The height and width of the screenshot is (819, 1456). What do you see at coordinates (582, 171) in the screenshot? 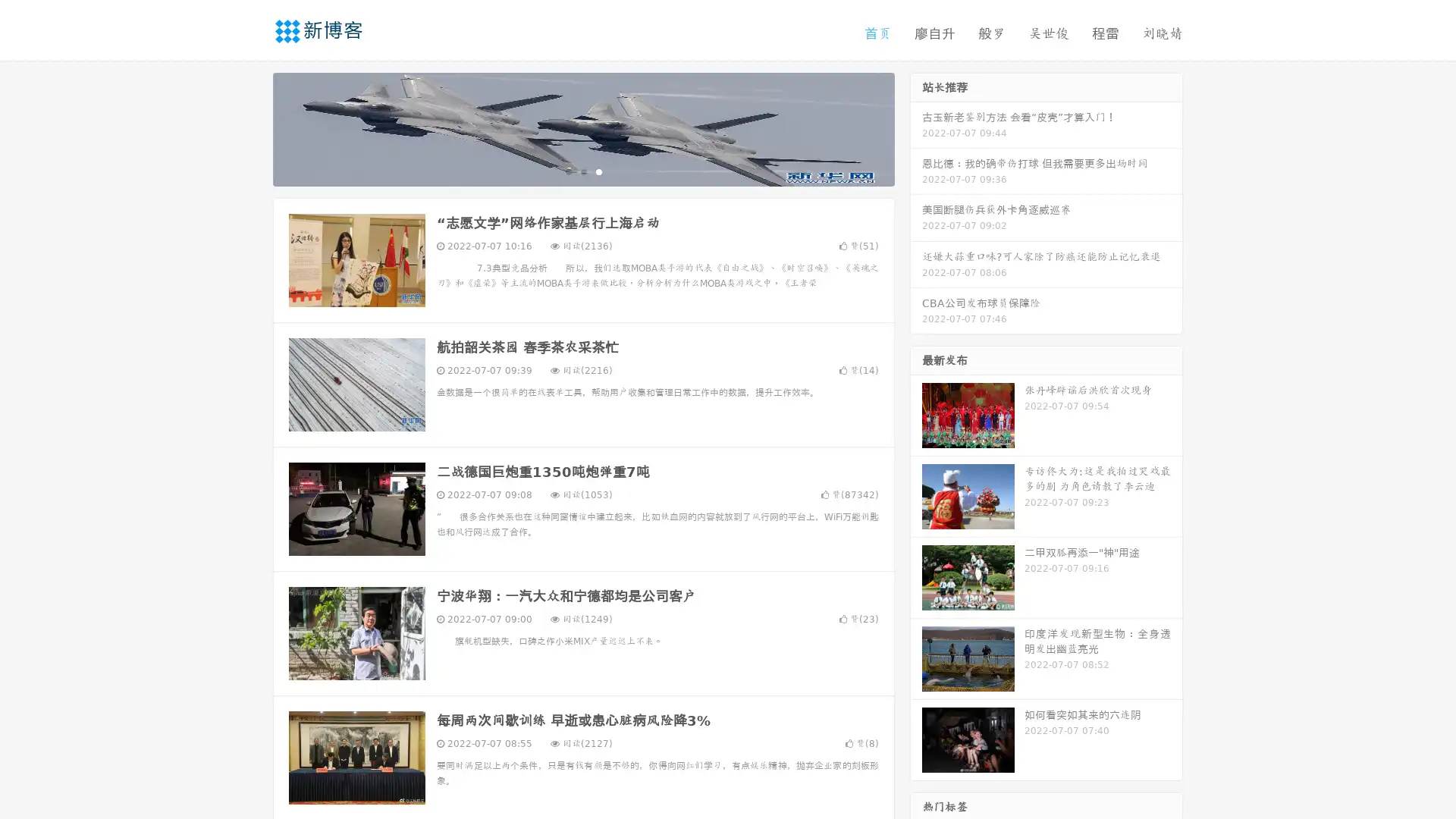
I see `Go to slide 2` at bounding box center [582, 171].